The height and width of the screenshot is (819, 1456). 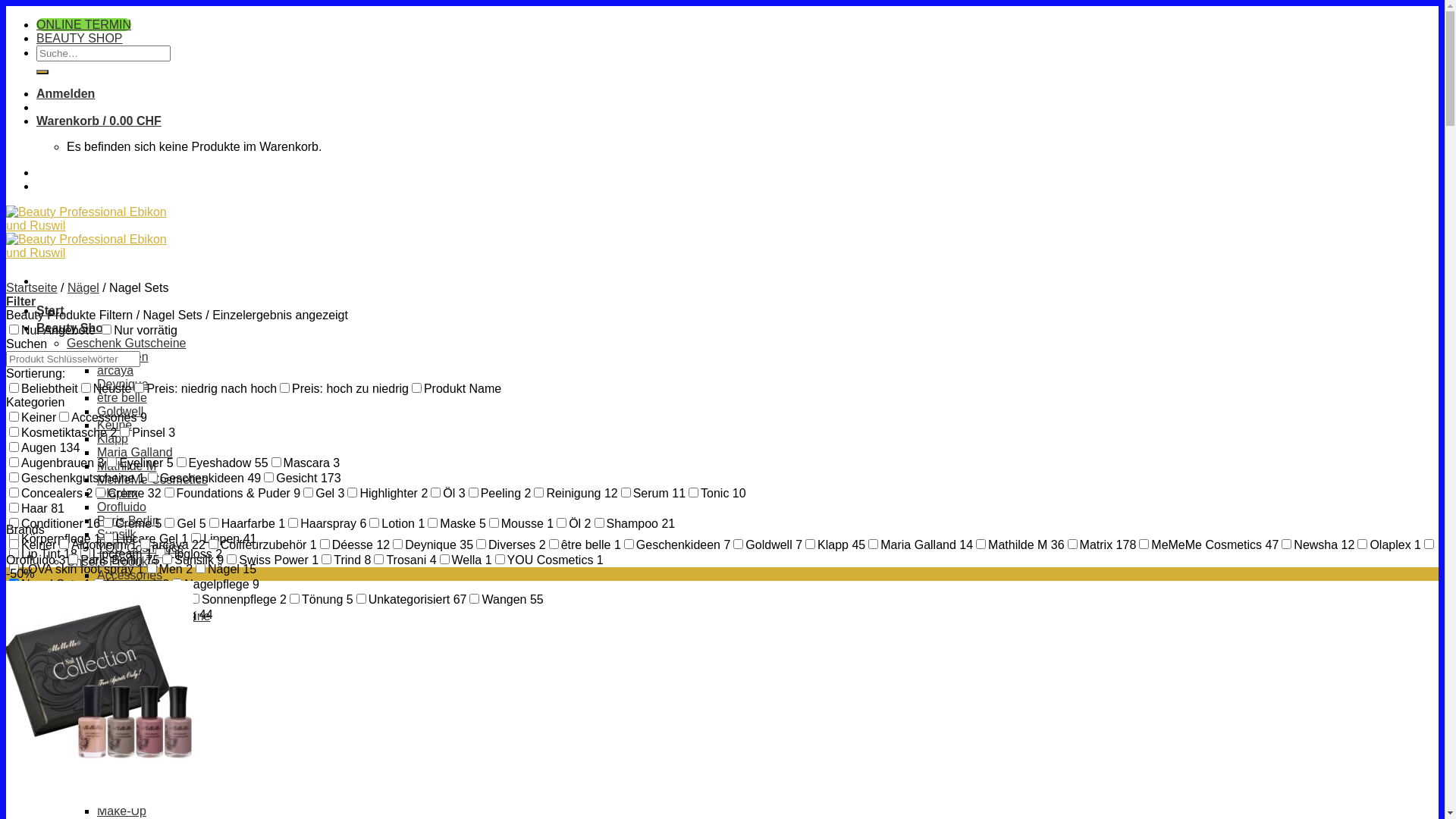 I want to click on 'Warenkorb / 0.00 CHF', so click(x=36, y=120).